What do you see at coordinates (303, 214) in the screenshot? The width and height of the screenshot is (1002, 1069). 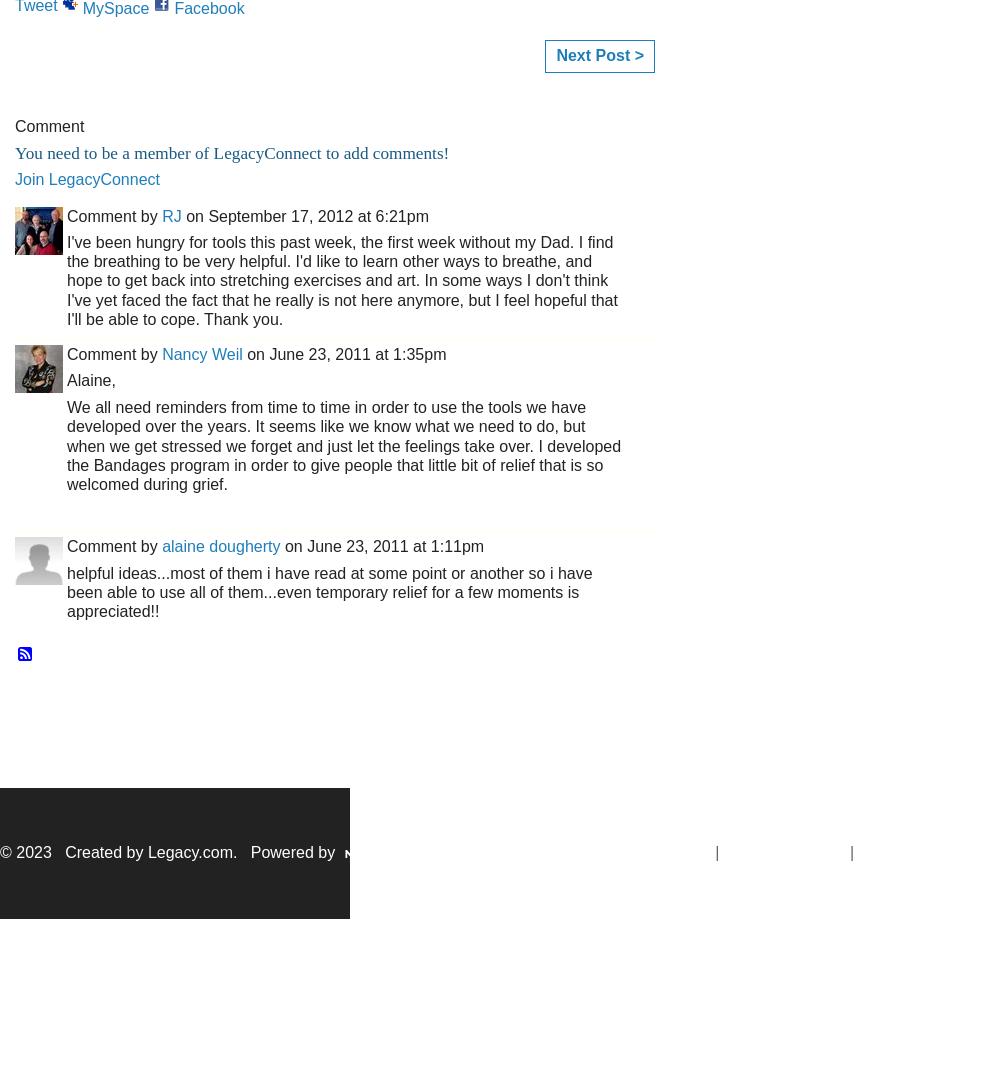 I see `'on September 17, 2012 at 6:21pm'` at bounding box center [303, 214].